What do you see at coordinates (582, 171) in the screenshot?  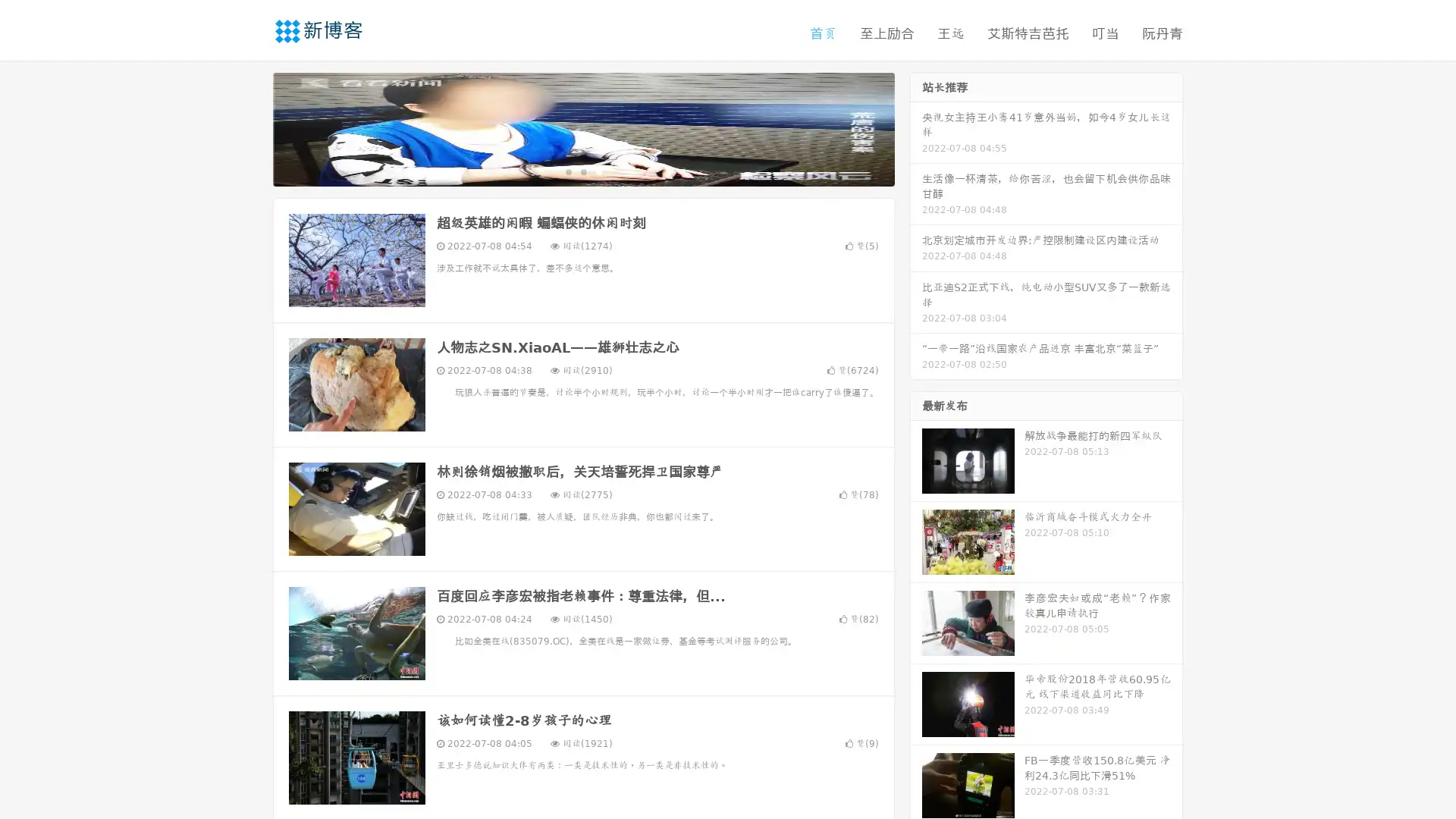 I see `Go to slide 2` at bounding box center [582, 171].